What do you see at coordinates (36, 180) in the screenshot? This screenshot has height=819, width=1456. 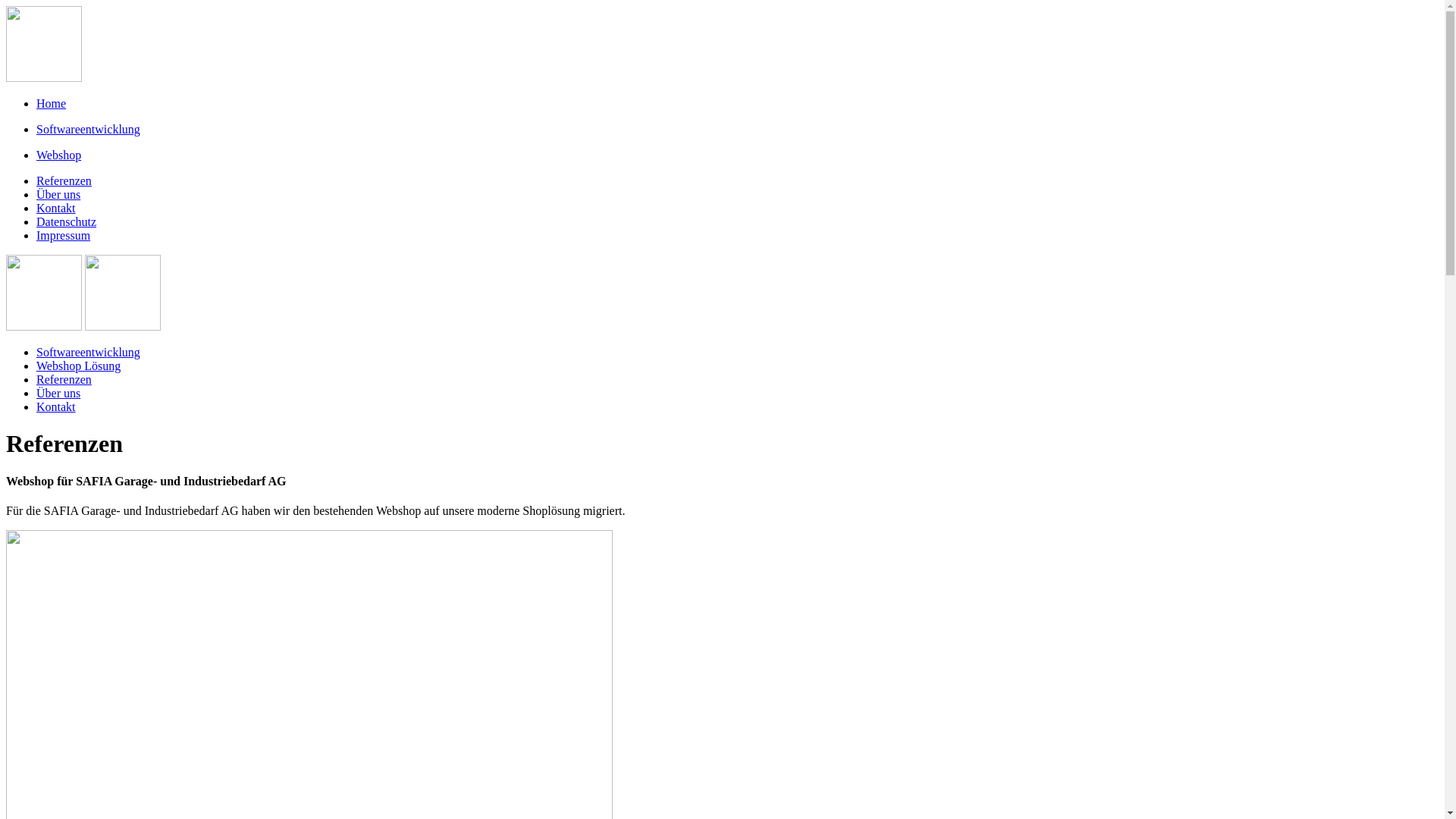 I see `'Referenzen'` at bounding box center [36, 180].